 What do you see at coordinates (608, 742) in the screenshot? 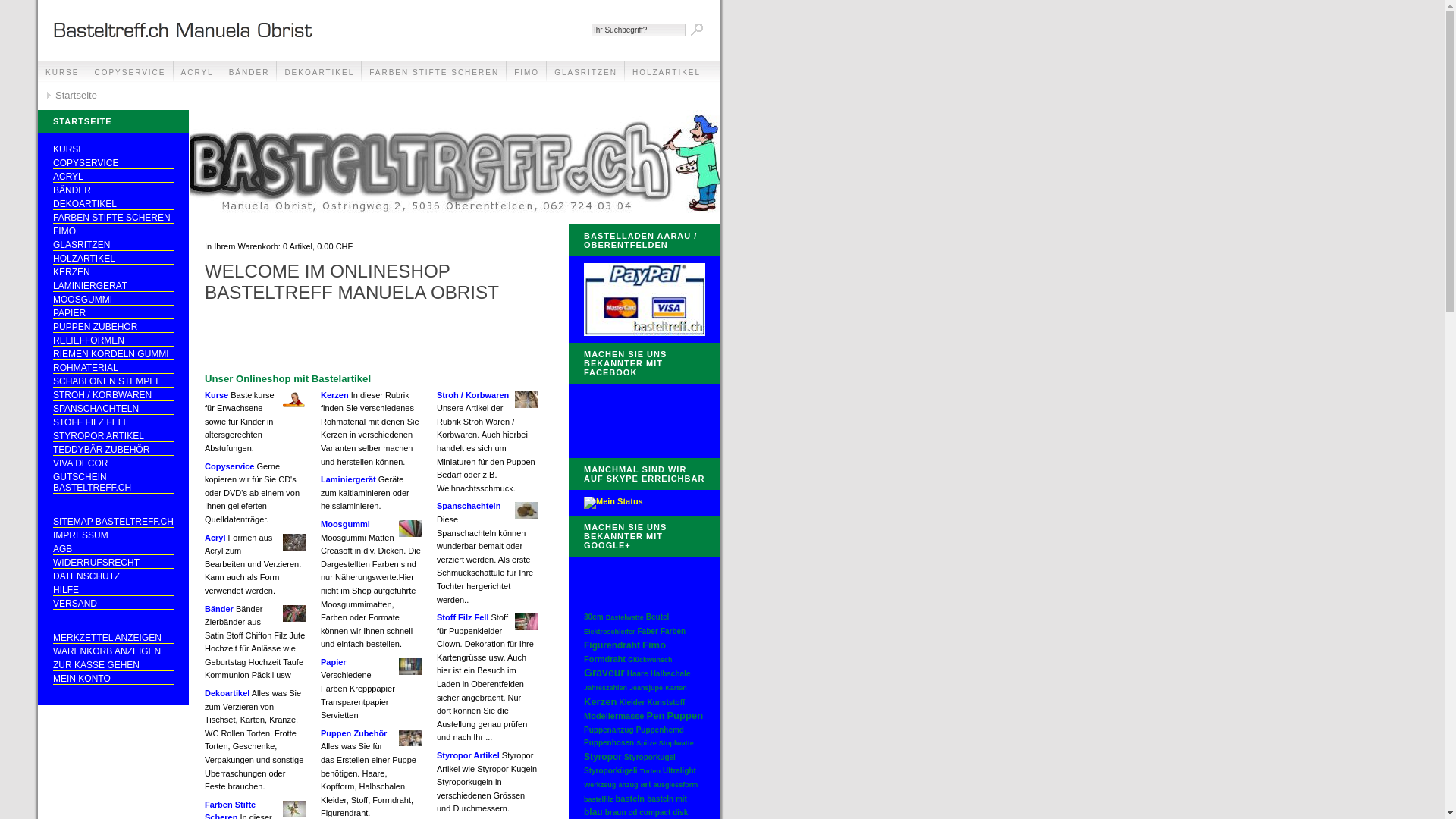
I see `'Puppenhosen'` at bounding box center [608, 742].